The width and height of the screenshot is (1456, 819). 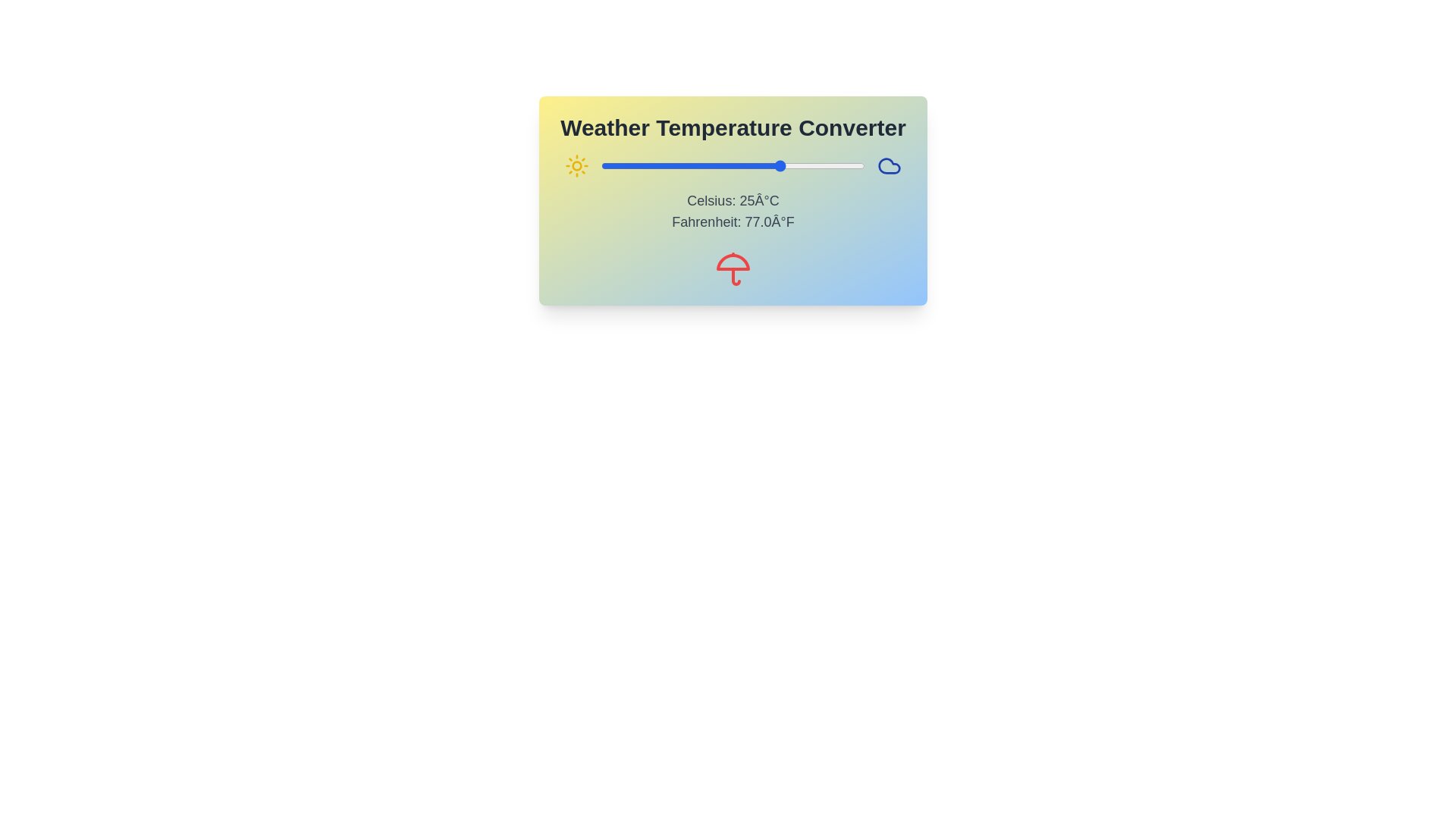 What do you see at coordinates (624, 166) in the screenshot?
I see `the temperature slider to set the Celsius value to -23` at bounding box center [624, 166].